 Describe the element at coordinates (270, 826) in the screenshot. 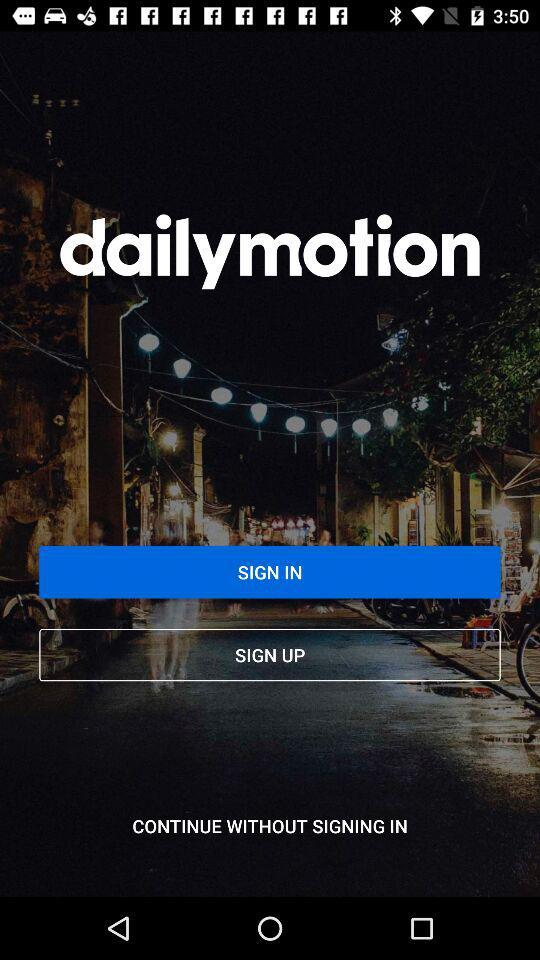

I see `continue without signing icon` at that location.